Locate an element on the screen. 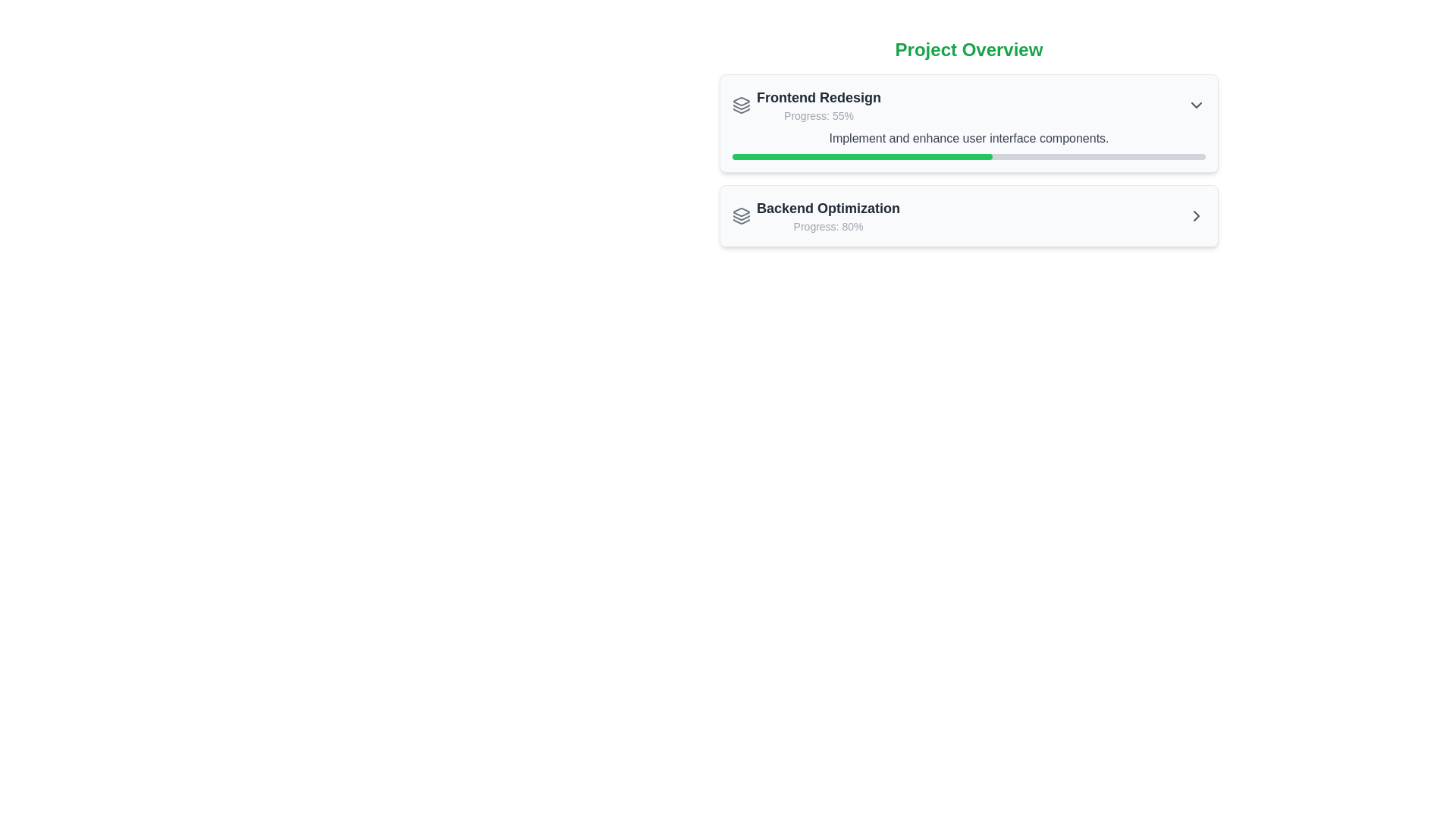 Image resolution: width=1456 pixels, height=819 pixels. the text display showing 'Progress: 80%' located below the title 'Backend Optimization' is located at coordinates (827, 227).